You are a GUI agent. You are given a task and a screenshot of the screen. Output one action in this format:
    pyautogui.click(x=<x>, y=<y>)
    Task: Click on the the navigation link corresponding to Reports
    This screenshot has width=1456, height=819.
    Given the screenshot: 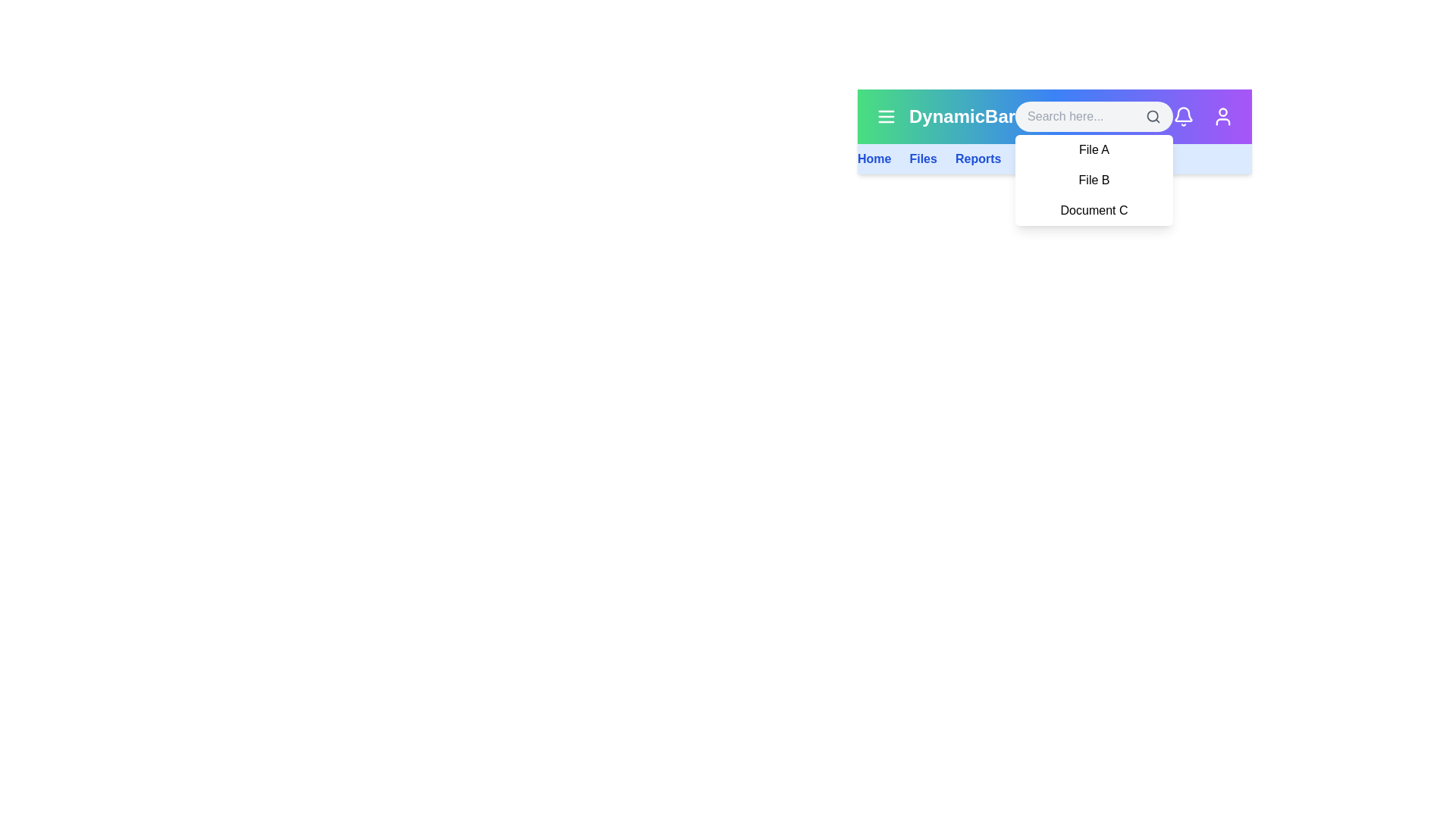 What is the action you would take?
    pyautogui.click(x=978, y=158)
    